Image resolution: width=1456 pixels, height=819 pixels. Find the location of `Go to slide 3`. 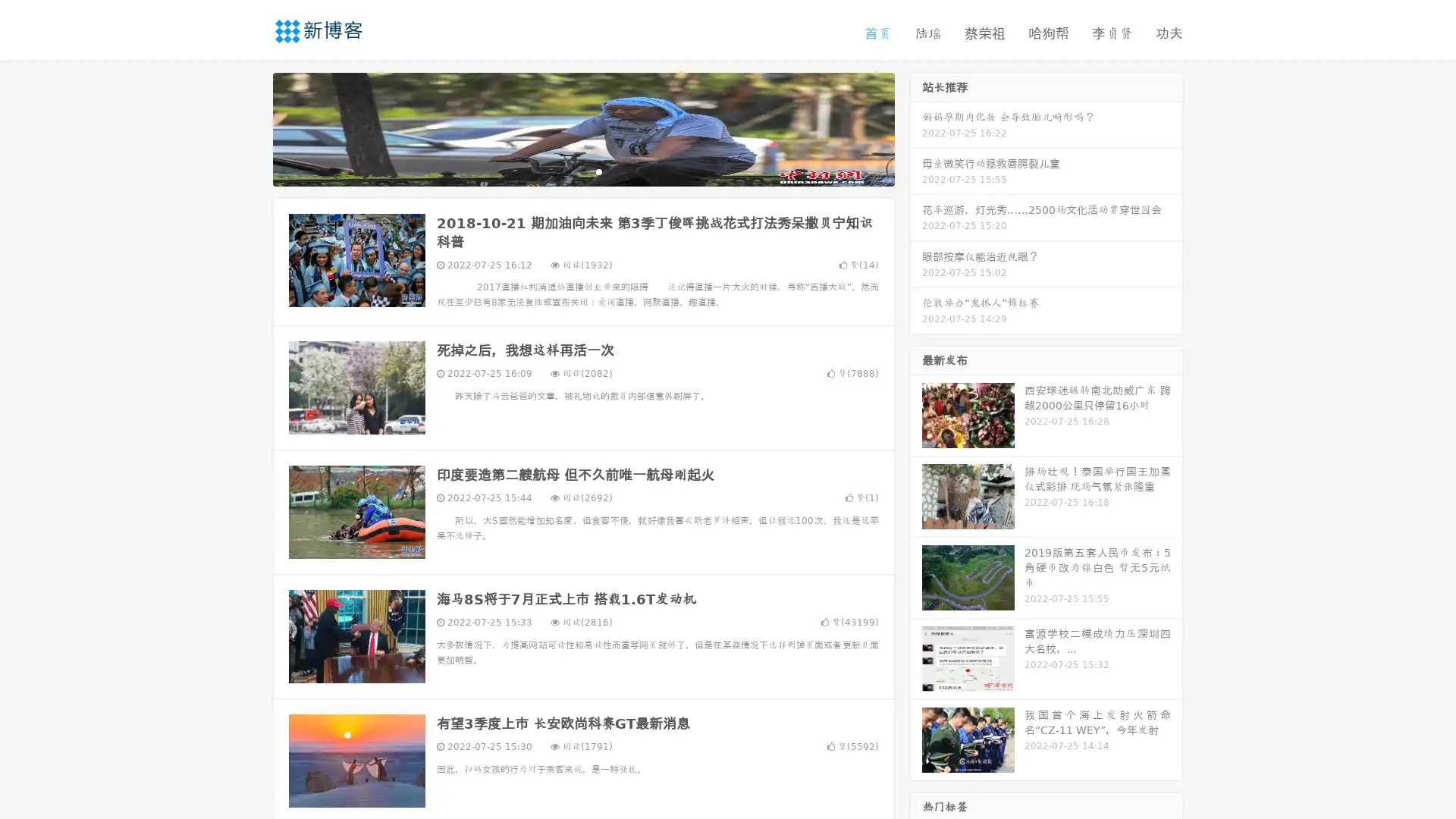

Go to slide 3 is located at coordinates (598, 171).